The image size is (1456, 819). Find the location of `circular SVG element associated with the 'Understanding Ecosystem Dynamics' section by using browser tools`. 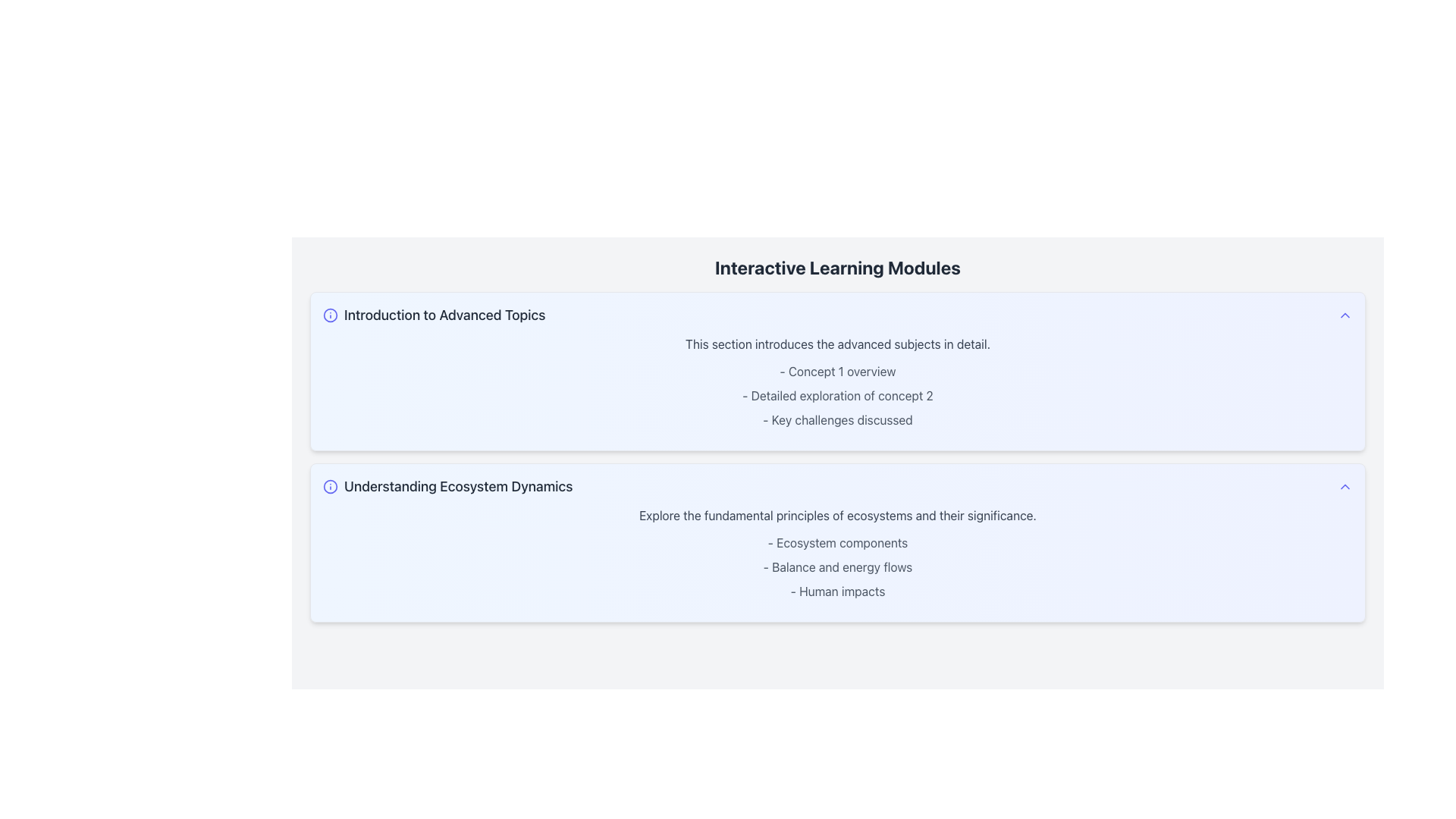

circular SVG element associated with the 'Understanding Ecosystem Dynamics' section by using browser tools is located at coordinates (330, 486).